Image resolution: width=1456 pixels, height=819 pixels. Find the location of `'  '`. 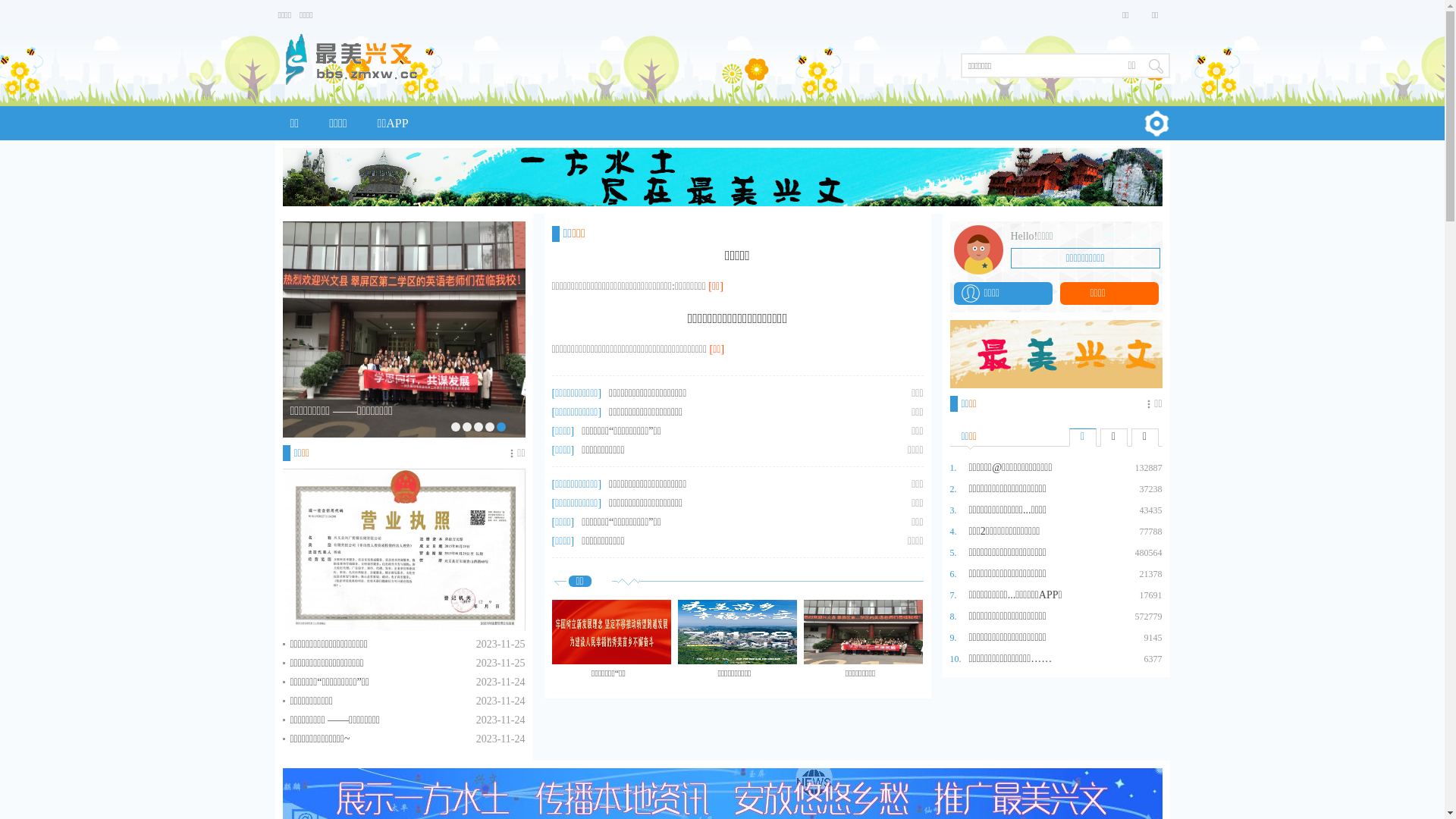

'  ' is located at coordinates (1155, 64).